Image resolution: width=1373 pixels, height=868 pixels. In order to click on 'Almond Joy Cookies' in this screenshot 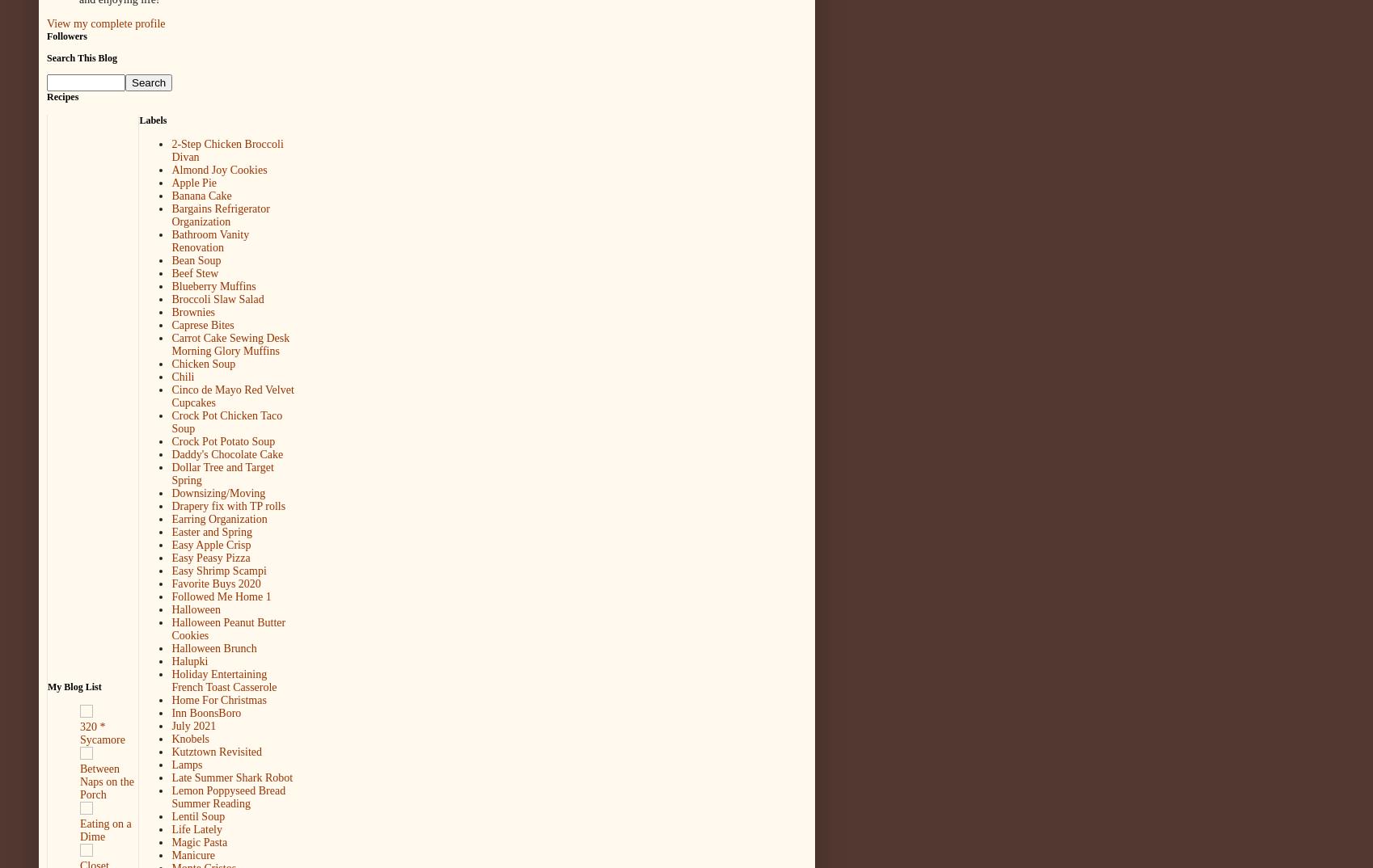, I will do `click(218, 170)`.